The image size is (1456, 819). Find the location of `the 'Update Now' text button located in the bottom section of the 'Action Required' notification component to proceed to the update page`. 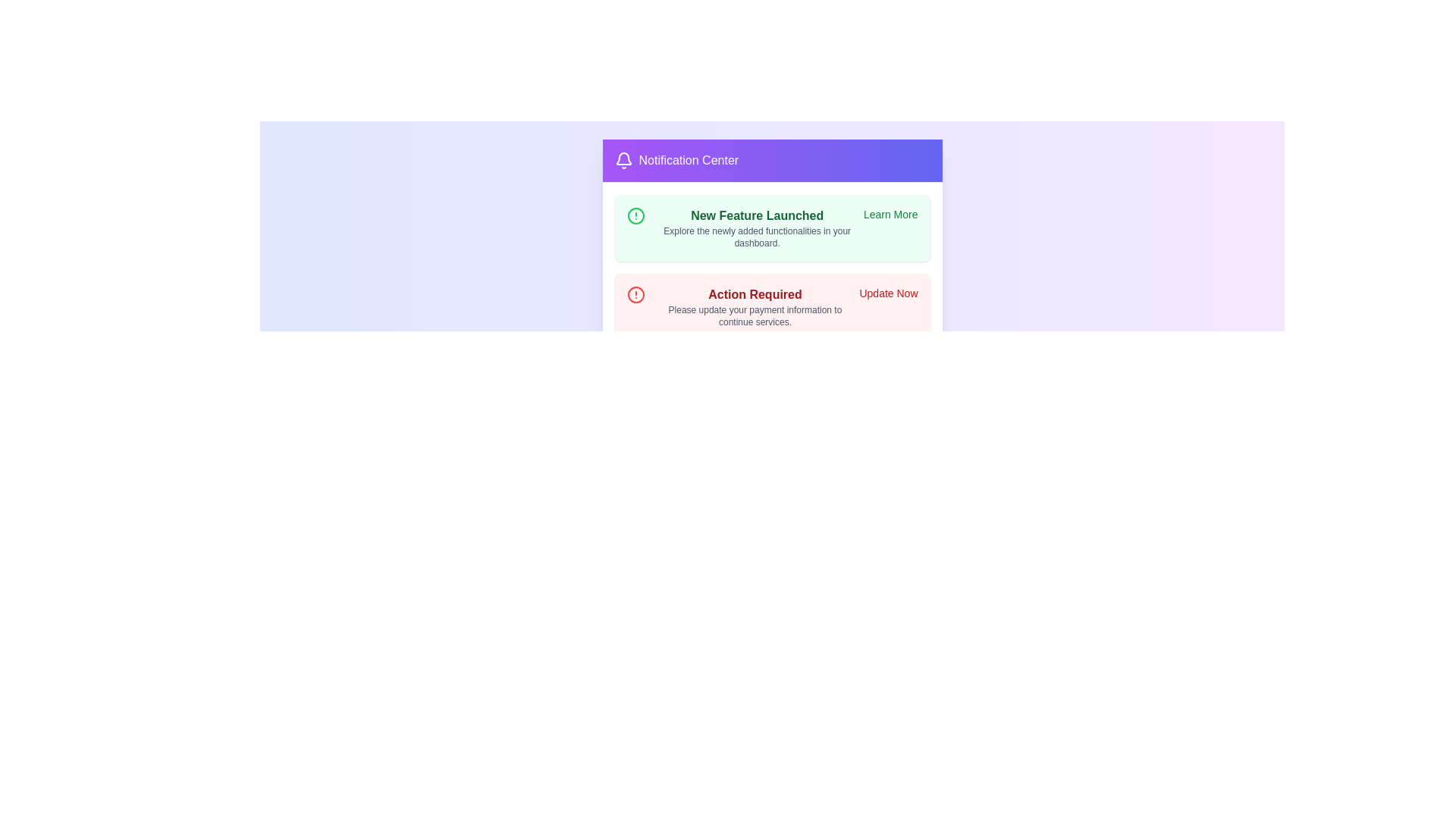

the 'Update Now' text button located in the bottom section of the 'Action Required' notification component to proceed to the update page is located at coordinates (888, 293).